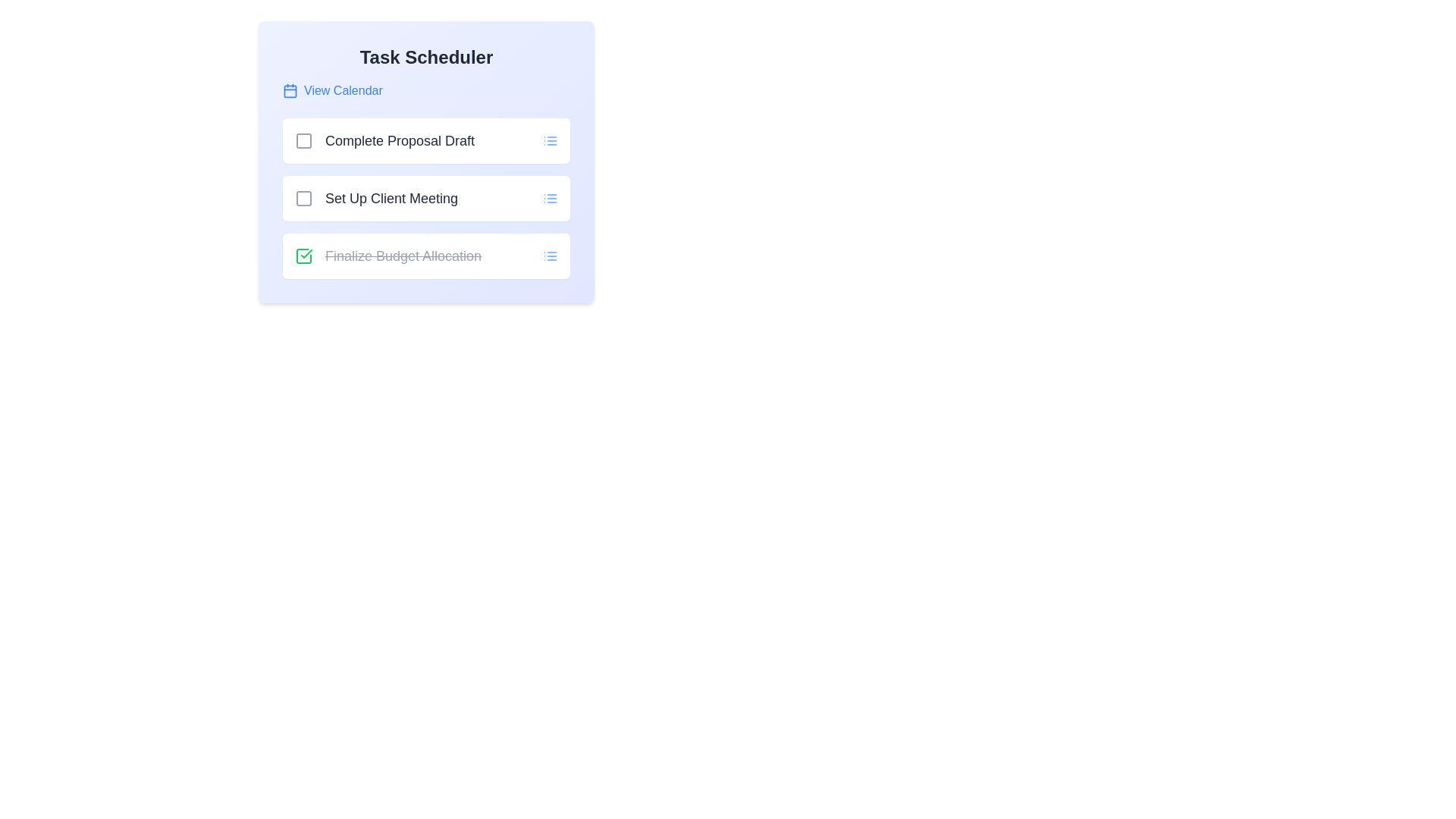 The image size is (1456, 819). What do you see at coordinates (303, 198) in the screenshot?
I see `the task named Set Up Client Meeting` at bounding box center [303, 198].